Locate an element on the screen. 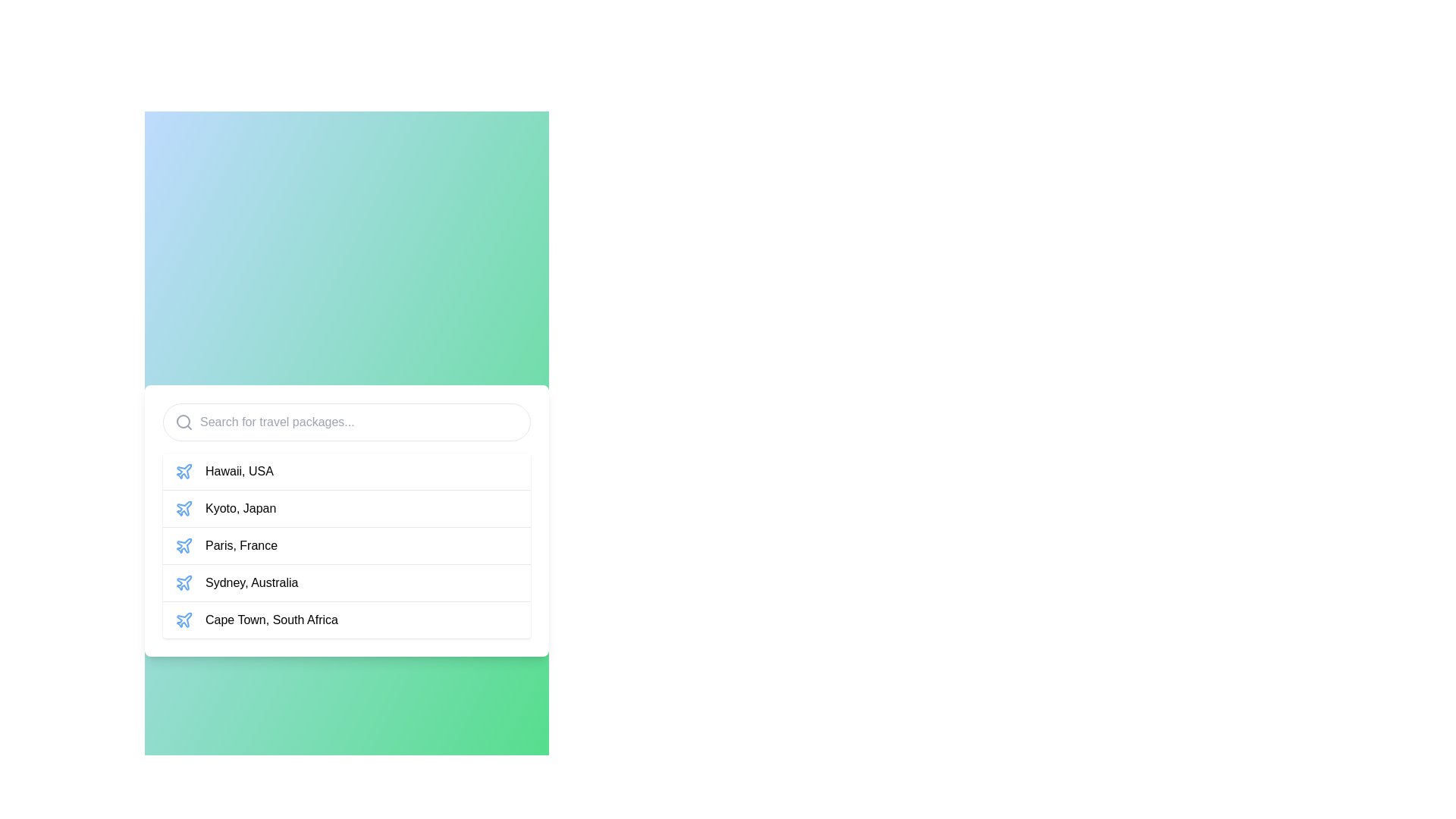  the text label 'Paris, France' in the dropdown list is located at coordinates (240, 546).